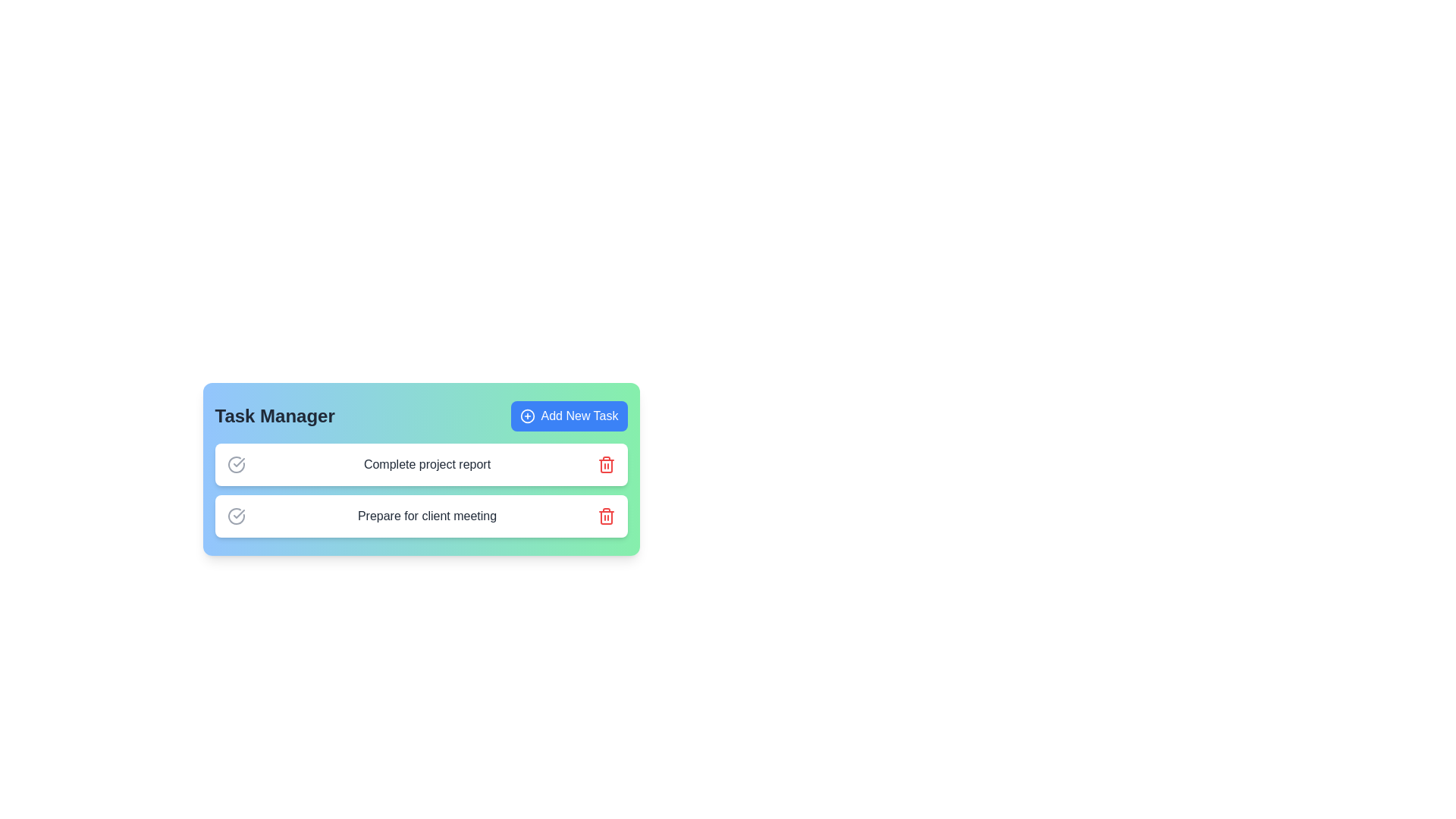 The image size is (1456, 819). Describe the element at coordinates (605, 464) in the screenshot. I see `the red trash bin icon button located on the right side of the 'Complete project report' task row` at that location.